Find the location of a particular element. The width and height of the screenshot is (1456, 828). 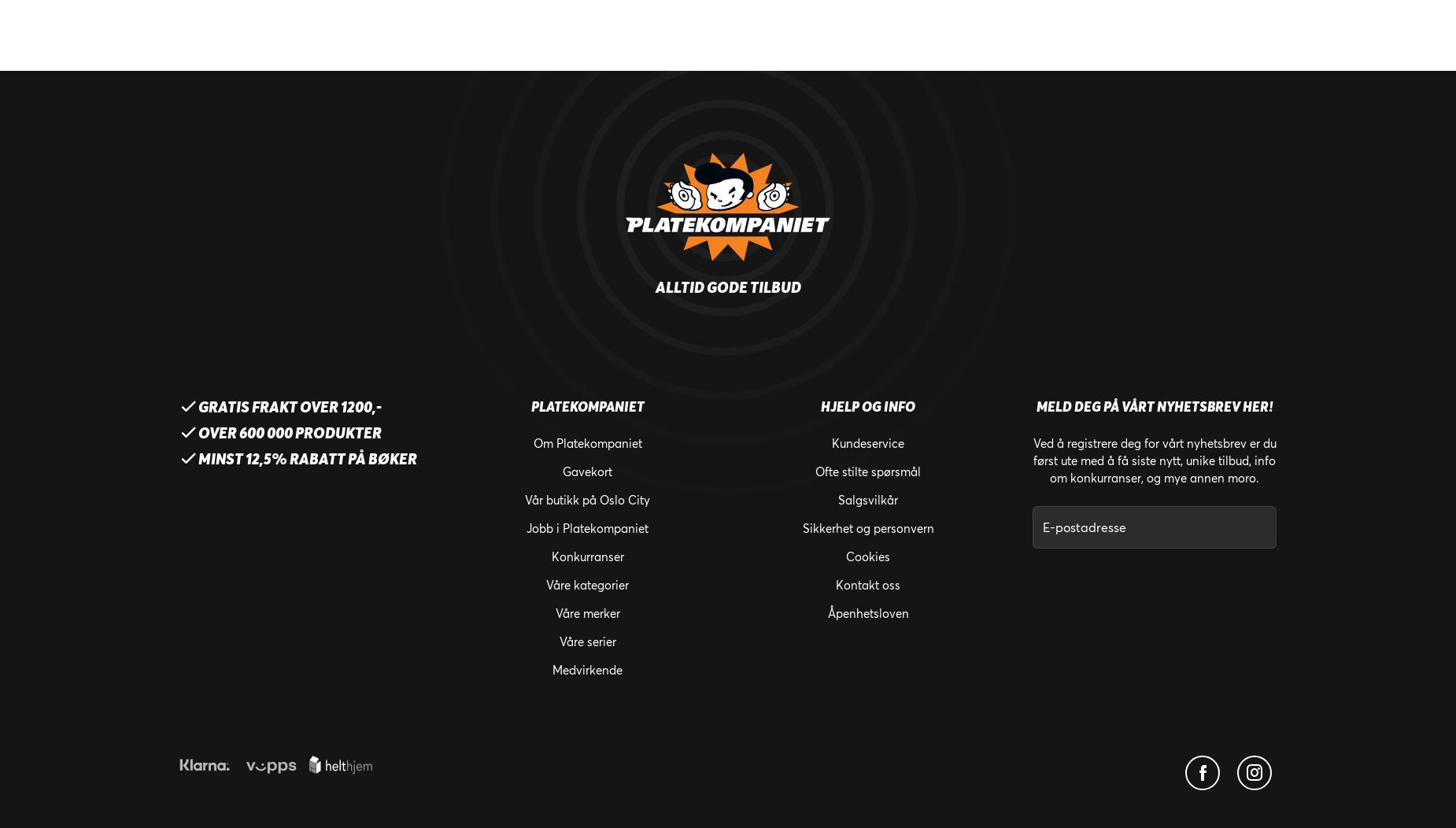

'Gavekort' is located at coordinates (587, 471).